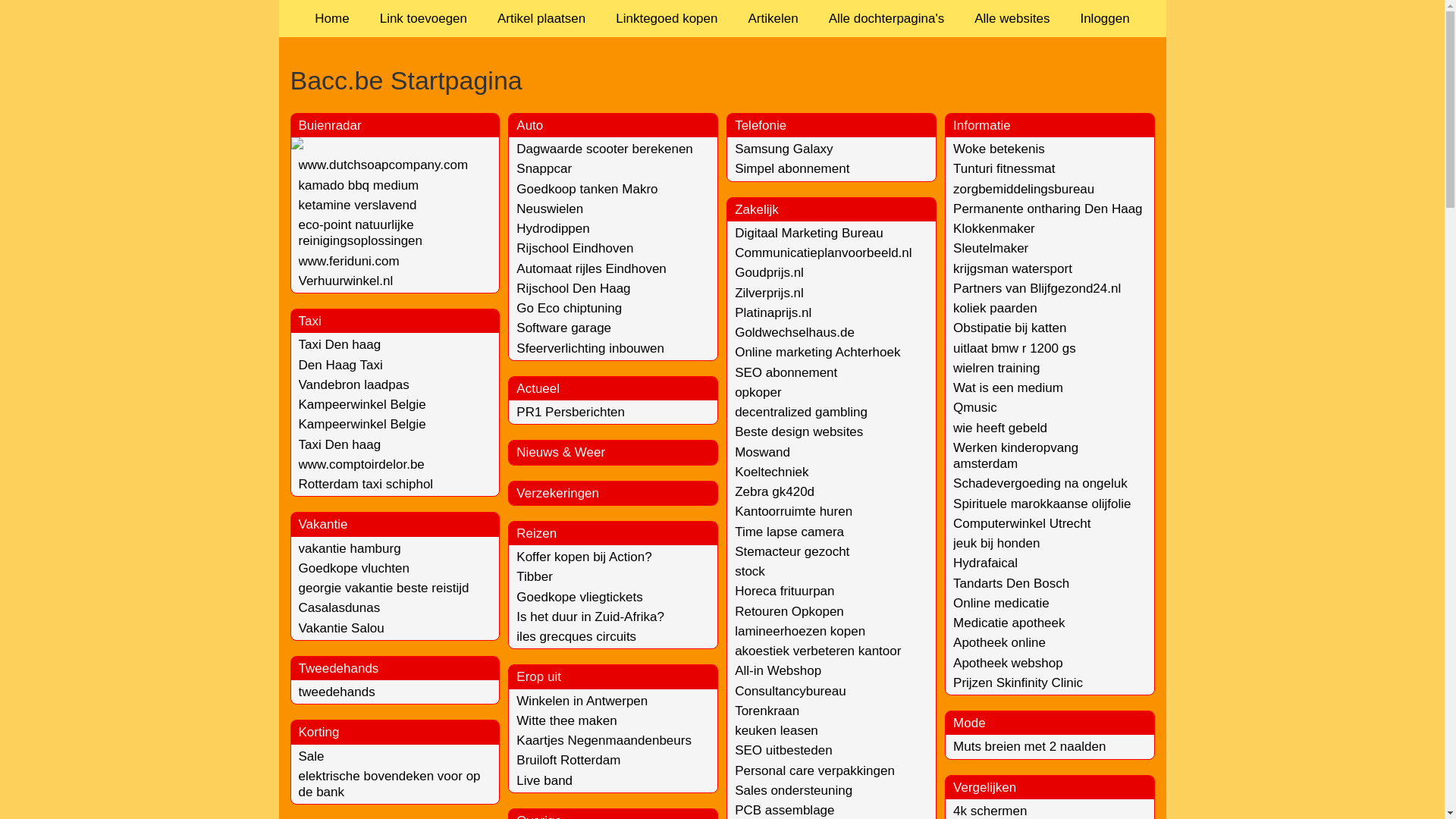 The height and width of the screenshot is (819, 1456). Describe the element at coordinates (814, 770) in the screenshot. I see `'Personal care verpakkingen'` at that location.